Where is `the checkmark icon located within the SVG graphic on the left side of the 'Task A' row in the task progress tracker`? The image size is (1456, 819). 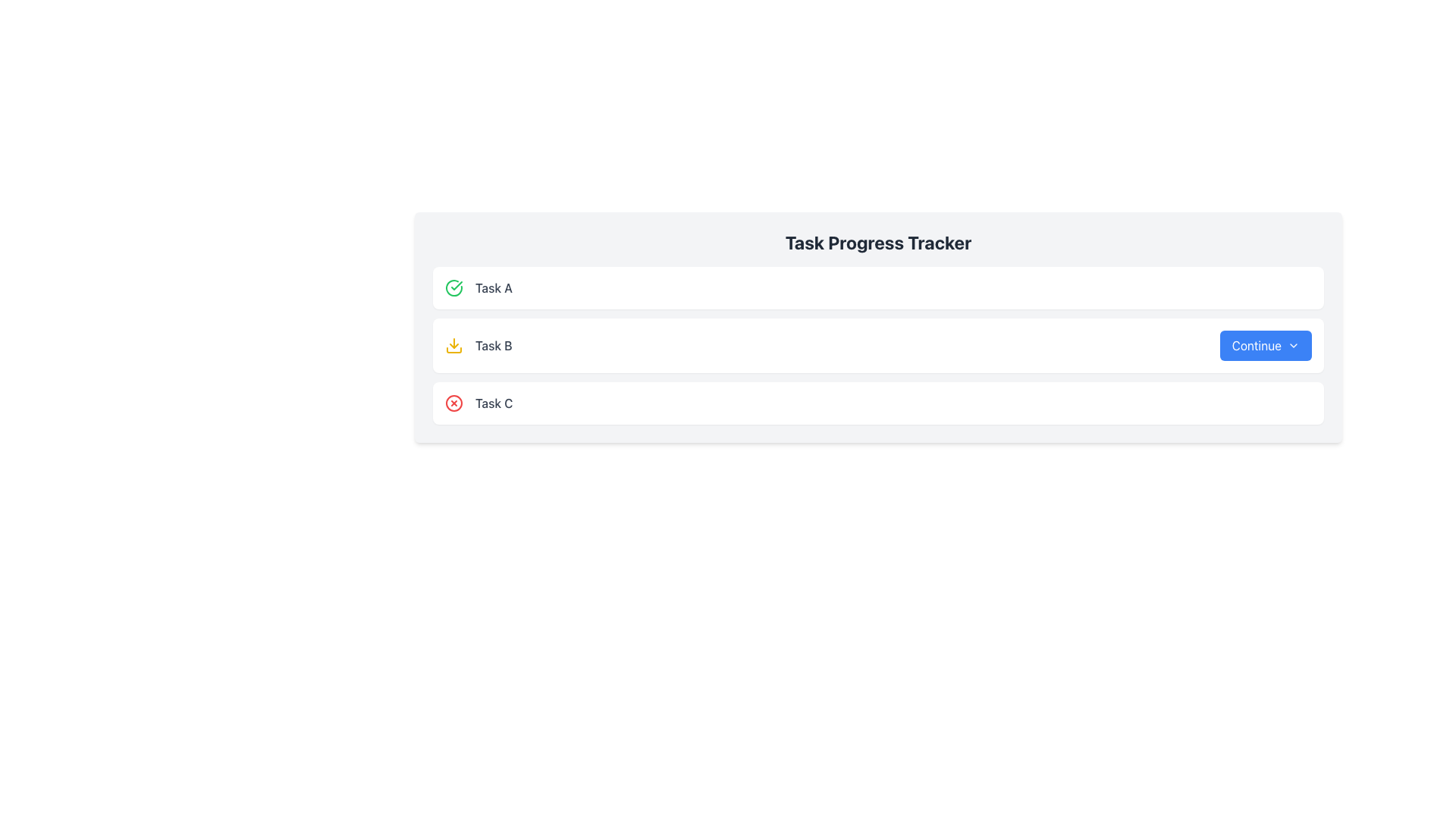 the checkmark icon located within the SVG graphic on the left side of the 'Task A' row in the task progress tracker is located at coordinates (456, 286).